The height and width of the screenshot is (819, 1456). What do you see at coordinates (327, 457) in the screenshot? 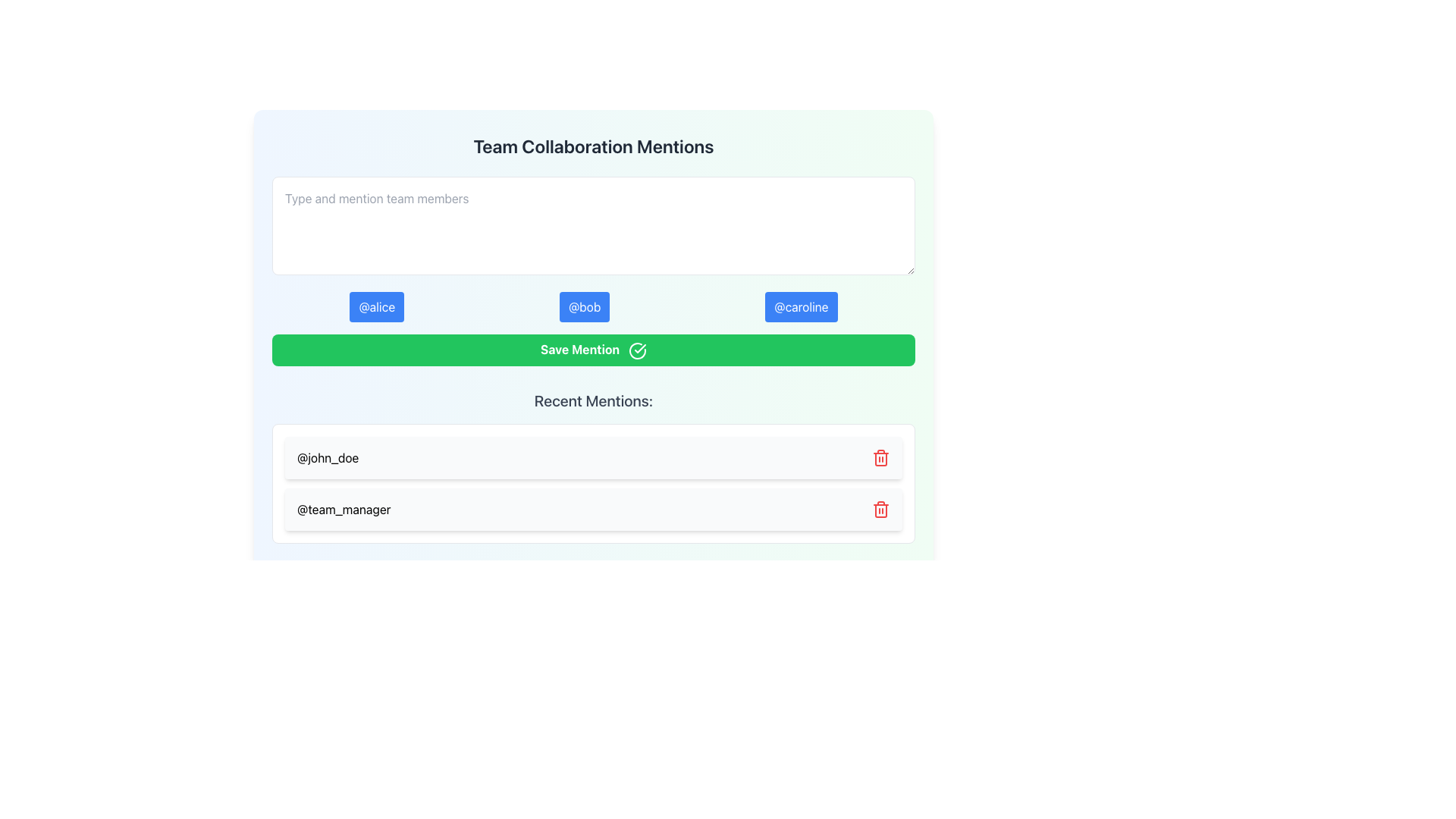
I see `the Text Label displaying the username '@john_doe' located in the 'Recent Mentions' section, positioned to the left of an interactive red icon` at bounding box center [327, 457].